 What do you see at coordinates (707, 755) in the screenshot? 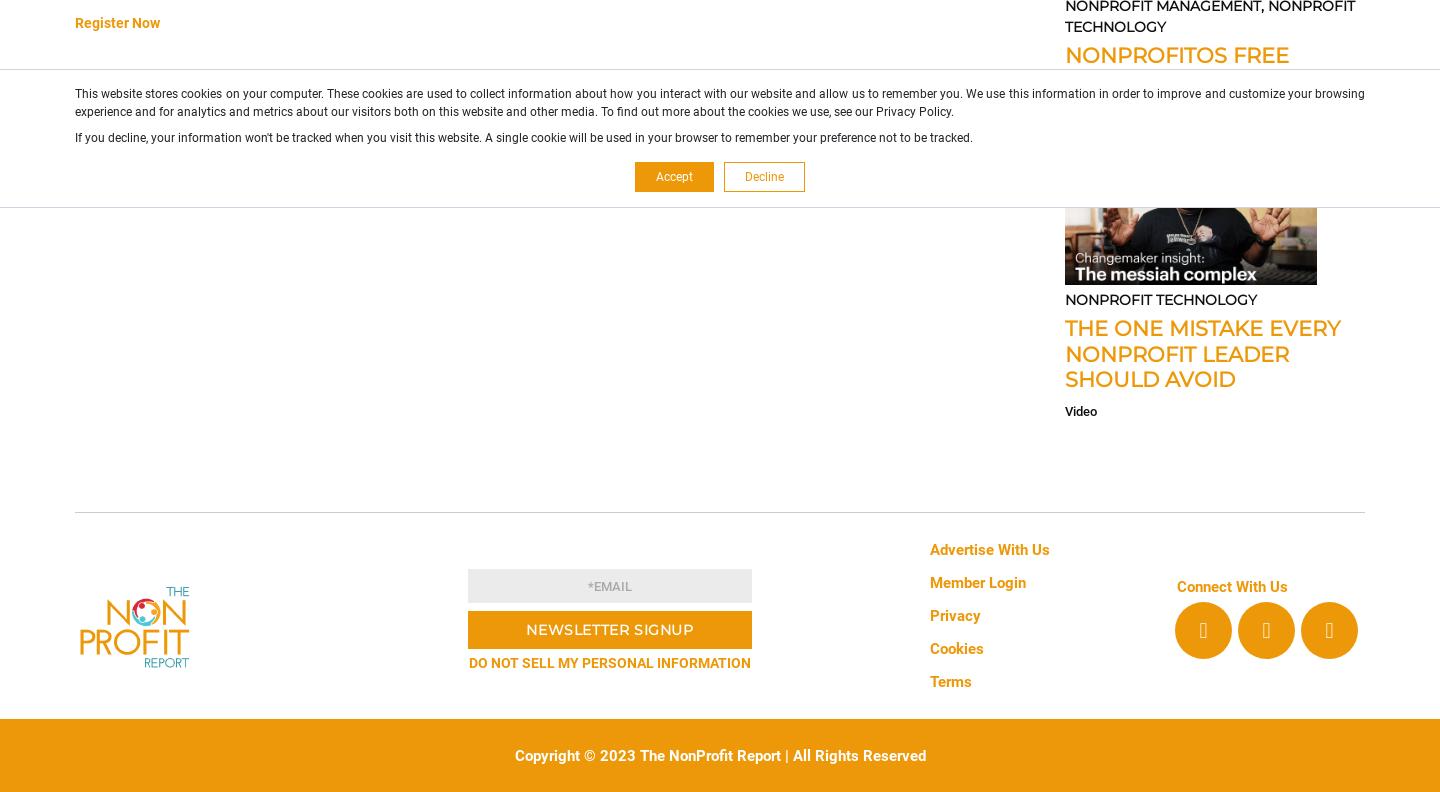
I see `'The NonProfit Report'` at bounding box center [707, 755].